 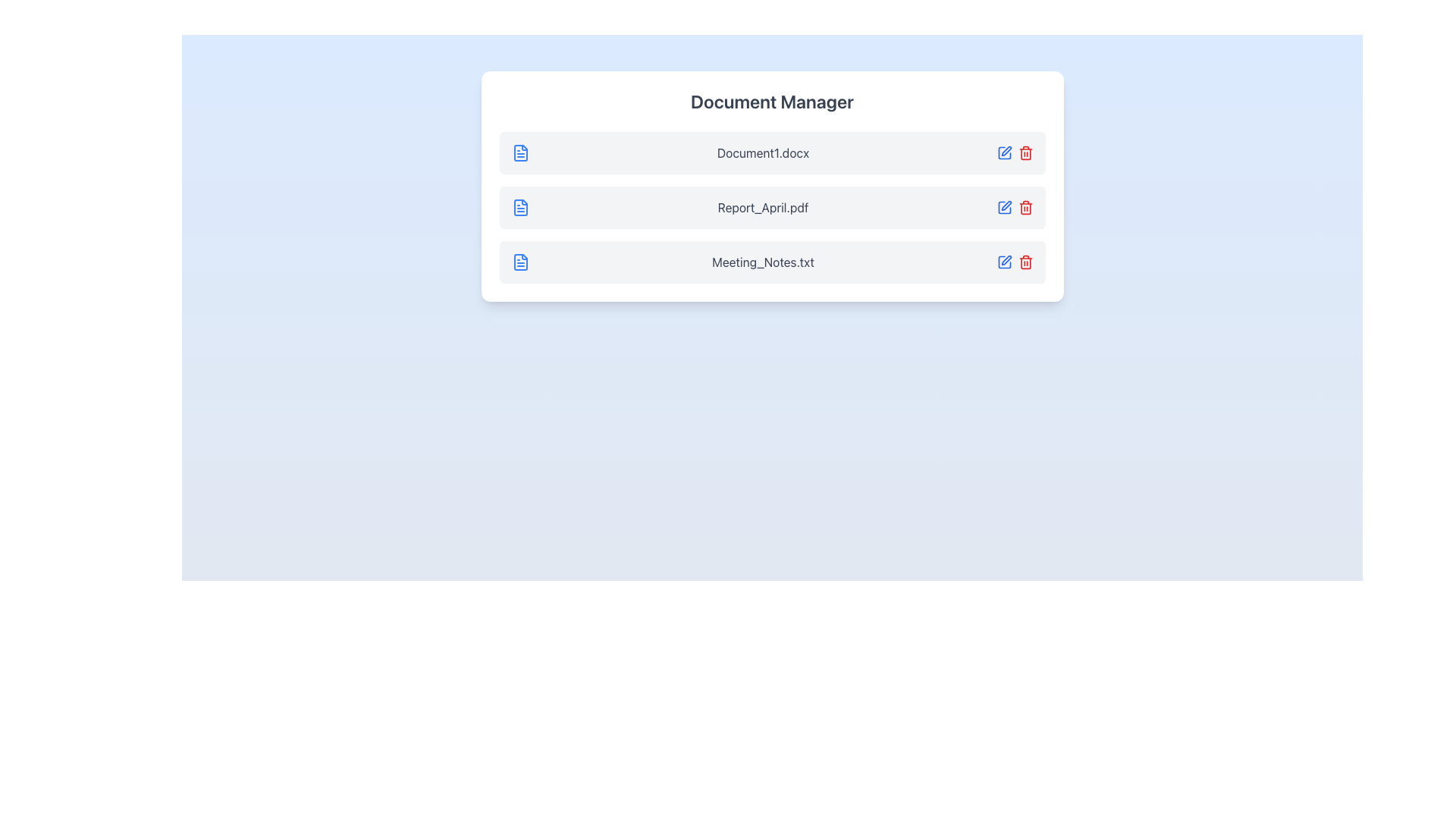 What do you see at coordinates (1025, 262) in the screenshot?
I see `the trash can icon, which is a red-outlined graphic` at bounding box center [1025, 262].